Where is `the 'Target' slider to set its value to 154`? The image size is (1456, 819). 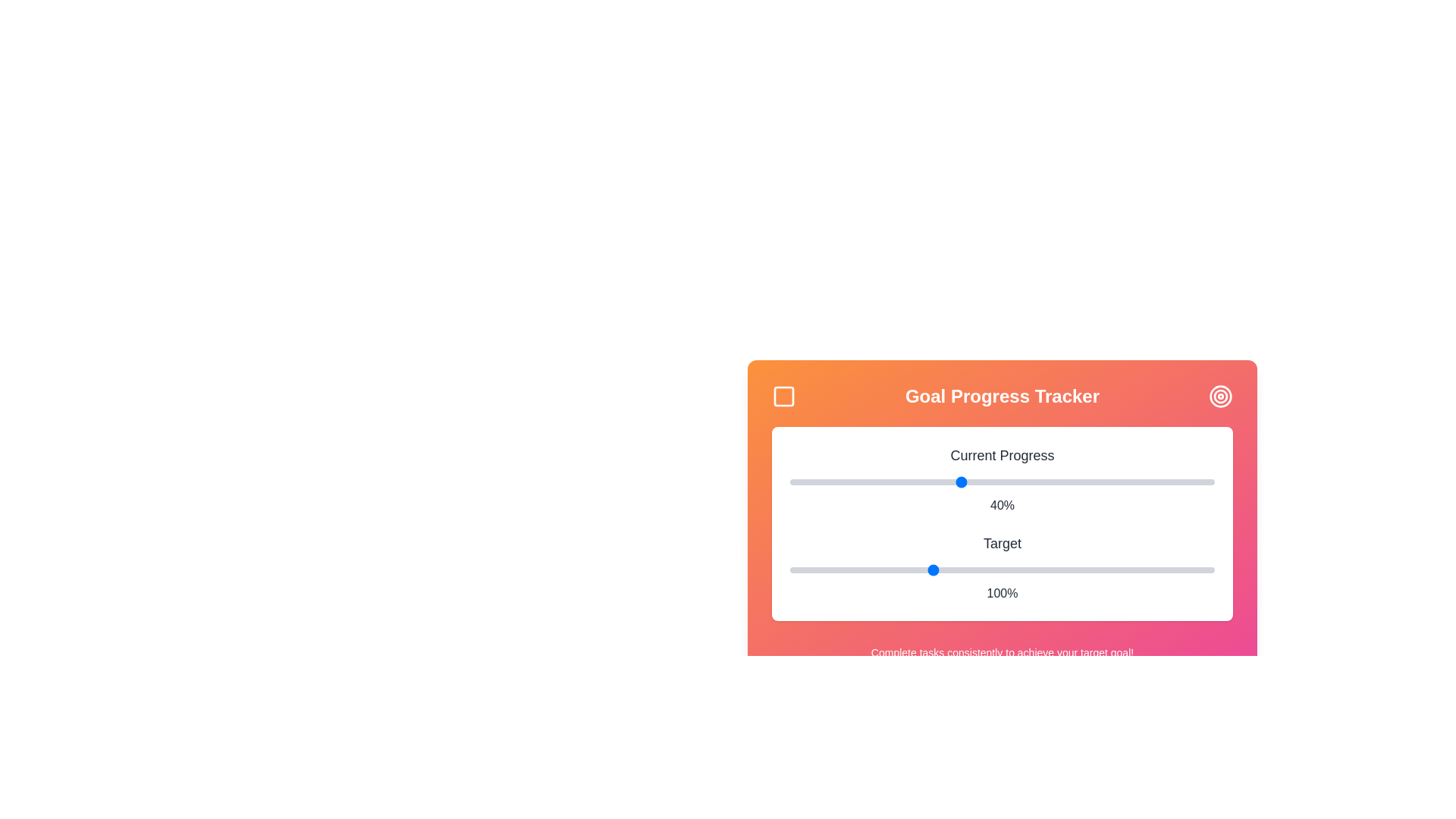 the 'Target' slider to set its value to 154 is located at coordinates (1084, 570).